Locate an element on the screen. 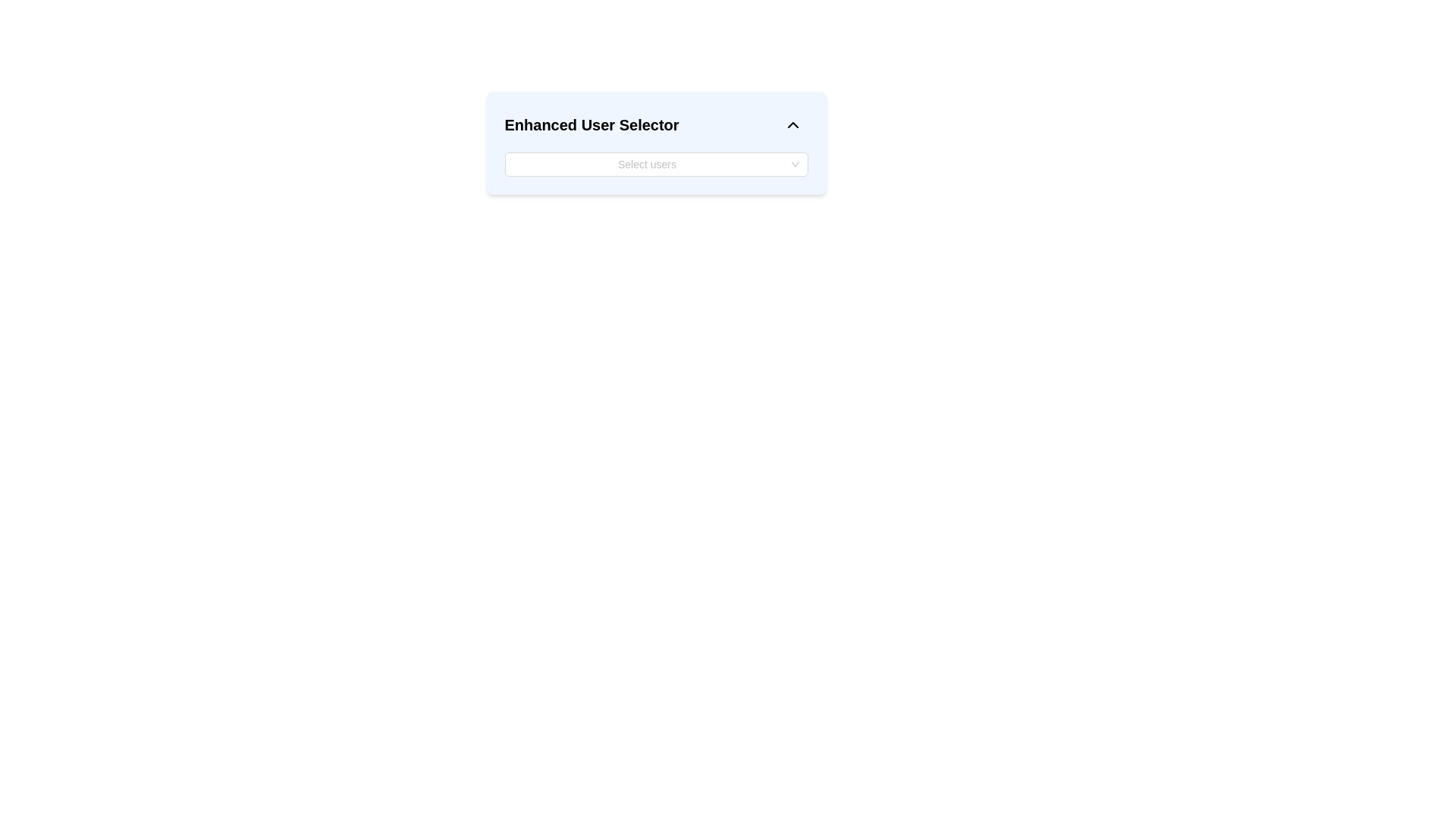 This screenshot has height=819, width=1456. the dropdown input field with placeholder text 'Select users' is located at coordinates (648, 164).